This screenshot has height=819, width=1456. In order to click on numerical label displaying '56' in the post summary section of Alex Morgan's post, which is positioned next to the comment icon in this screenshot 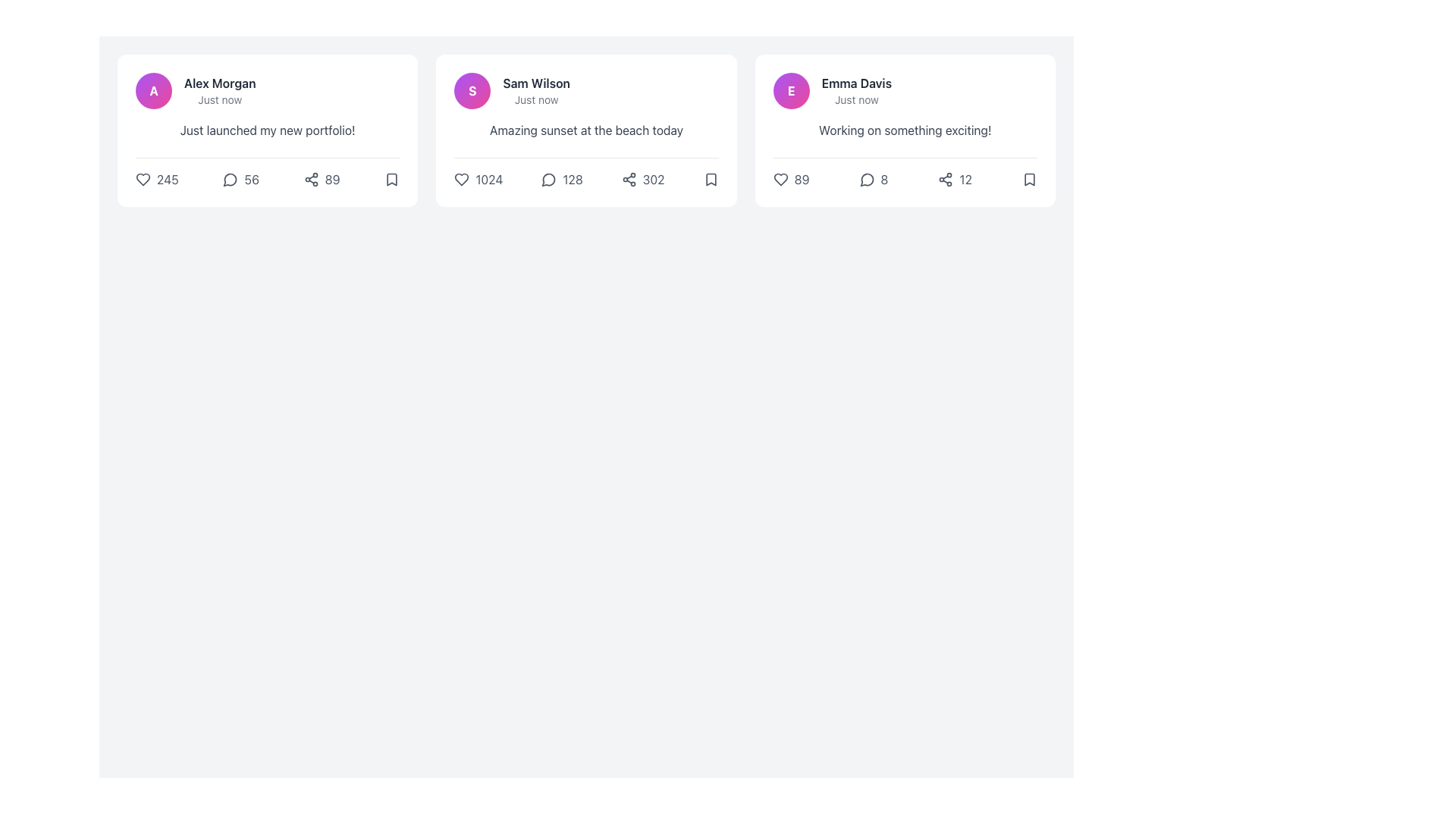, I will do `click(252, 178)`.